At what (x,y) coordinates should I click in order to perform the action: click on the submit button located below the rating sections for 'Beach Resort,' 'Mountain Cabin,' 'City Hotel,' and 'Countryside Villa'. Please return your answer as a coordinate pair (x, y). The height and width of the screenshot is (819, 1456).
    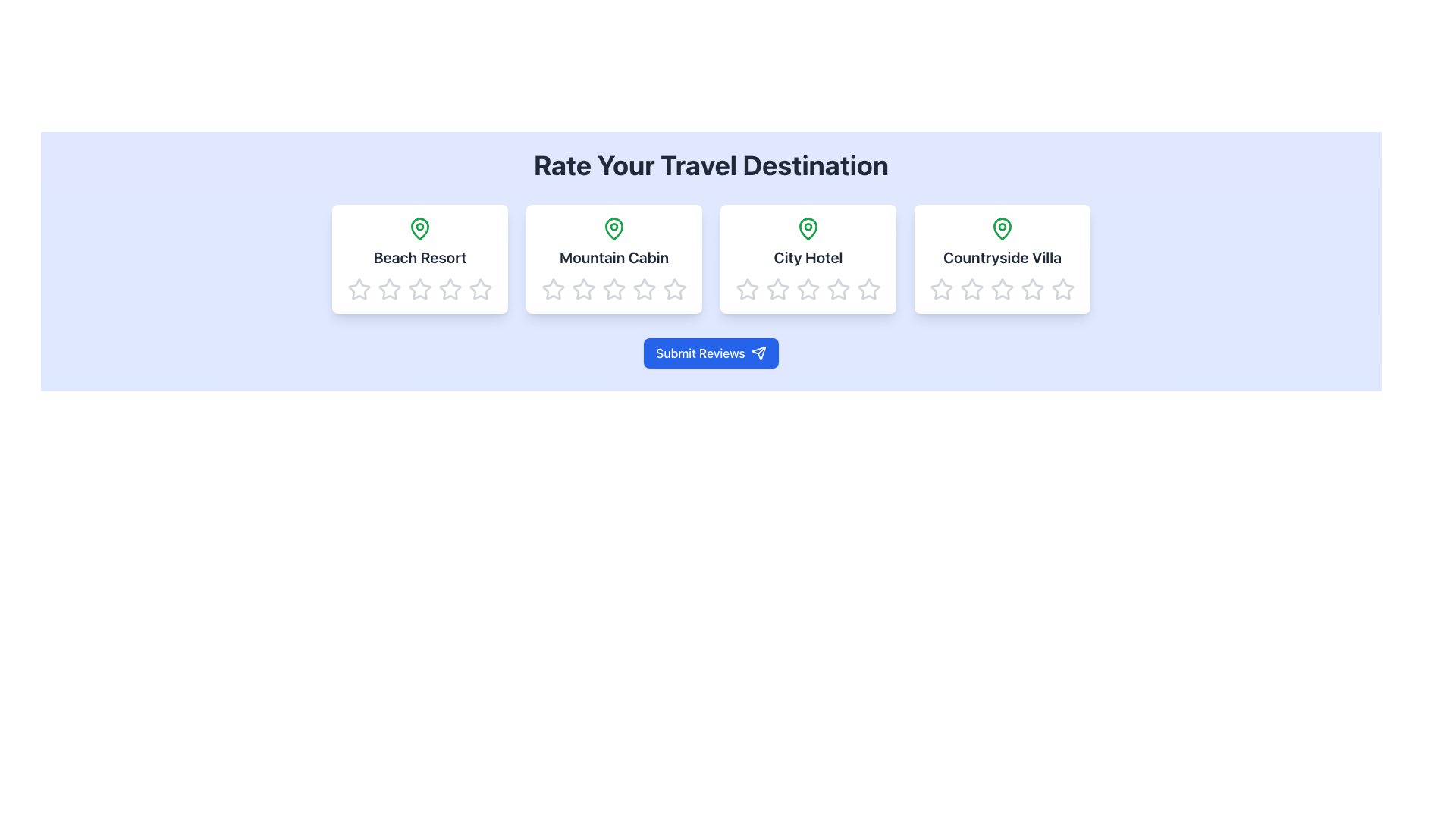
    Looking at the image, I should click on (710, 353).